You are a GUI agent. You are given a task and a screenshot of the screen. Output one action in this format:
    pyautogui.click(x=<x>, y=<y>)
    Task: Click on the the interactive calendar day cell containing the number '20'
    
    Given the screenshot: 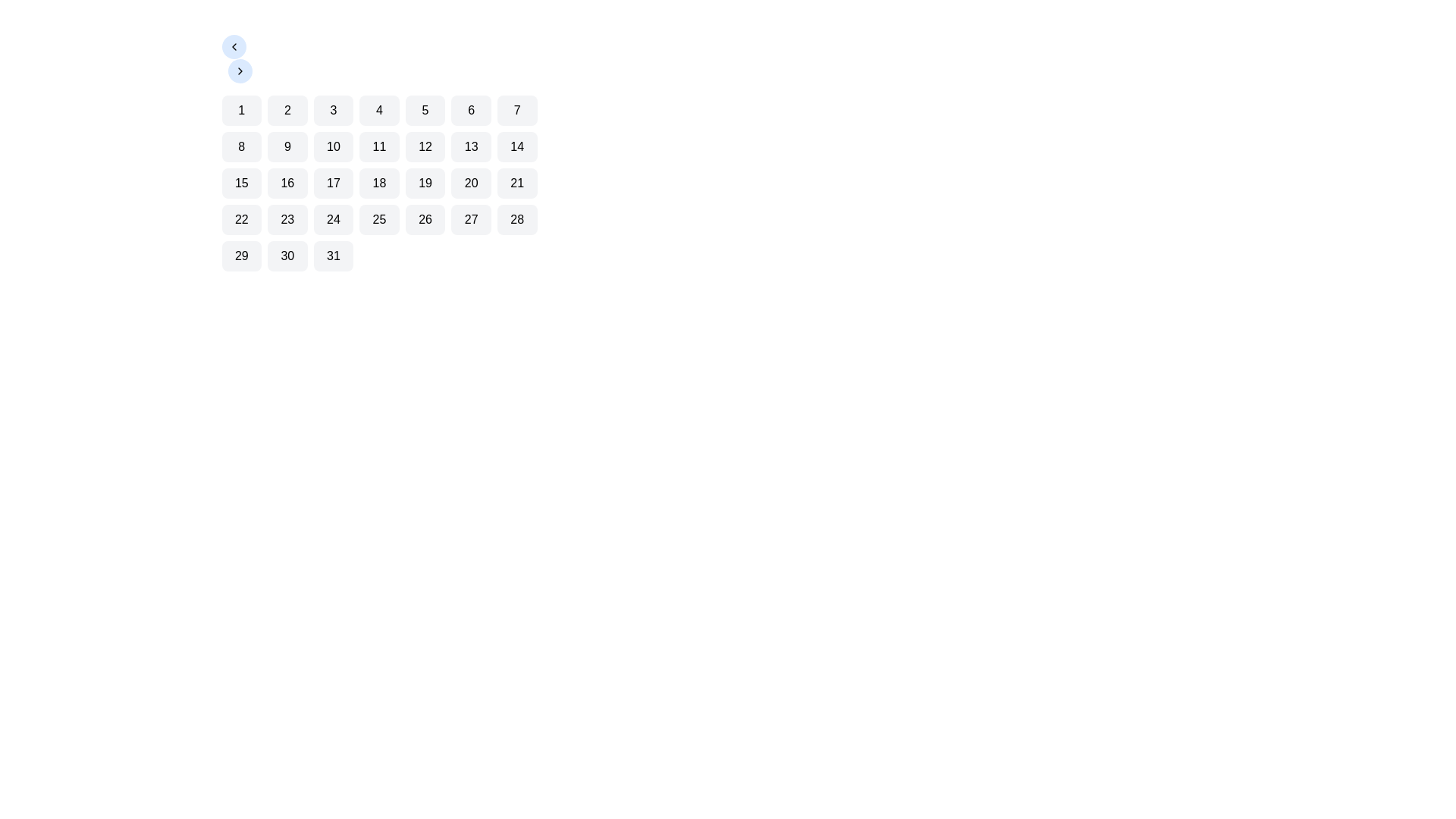 What is the action you would take?
    pyautogui.click(x=470, y=183)
    